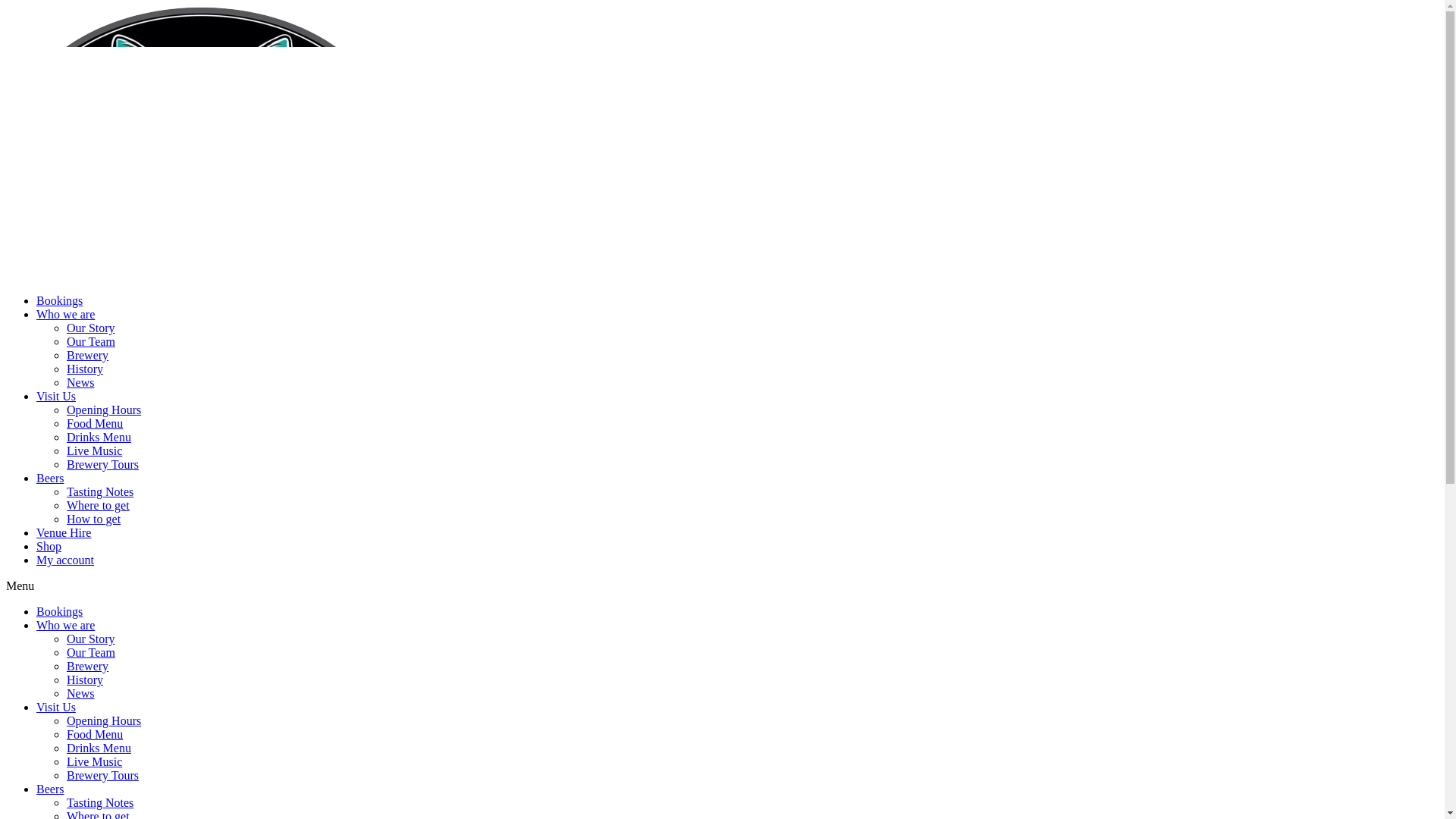  I want to click on 'Live Music', so click(93, 450).